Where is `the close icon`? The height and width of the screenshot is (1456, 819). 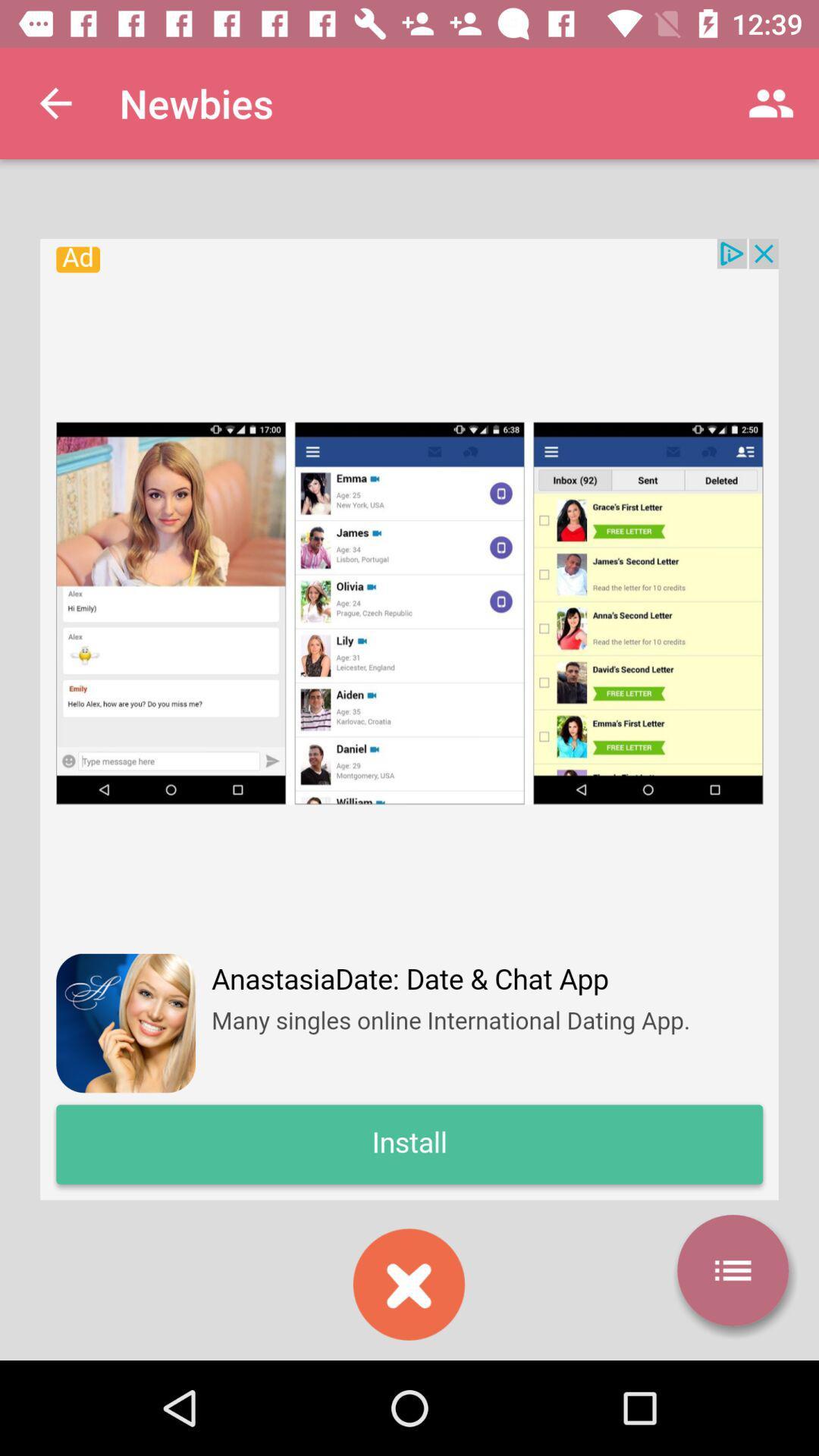 the close icon is located at coordinates (408, 1283).